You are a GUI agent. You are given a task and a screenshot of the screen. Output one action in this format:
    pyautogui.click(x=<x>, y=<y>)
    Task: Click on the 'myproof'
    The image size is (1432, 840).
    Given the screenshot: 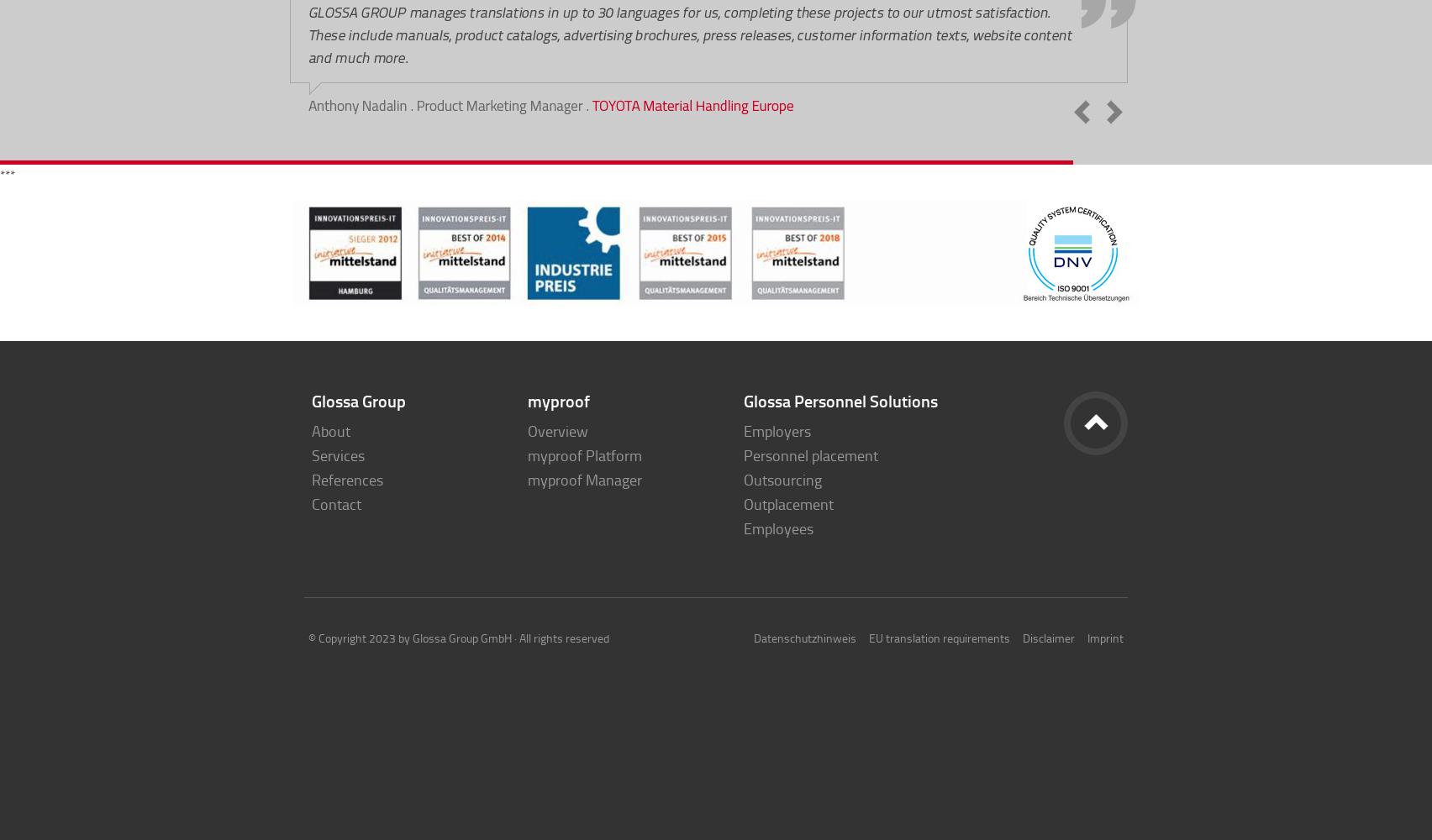 What is the action you would take?
    pyautogui.click(x=558, y=400)
    